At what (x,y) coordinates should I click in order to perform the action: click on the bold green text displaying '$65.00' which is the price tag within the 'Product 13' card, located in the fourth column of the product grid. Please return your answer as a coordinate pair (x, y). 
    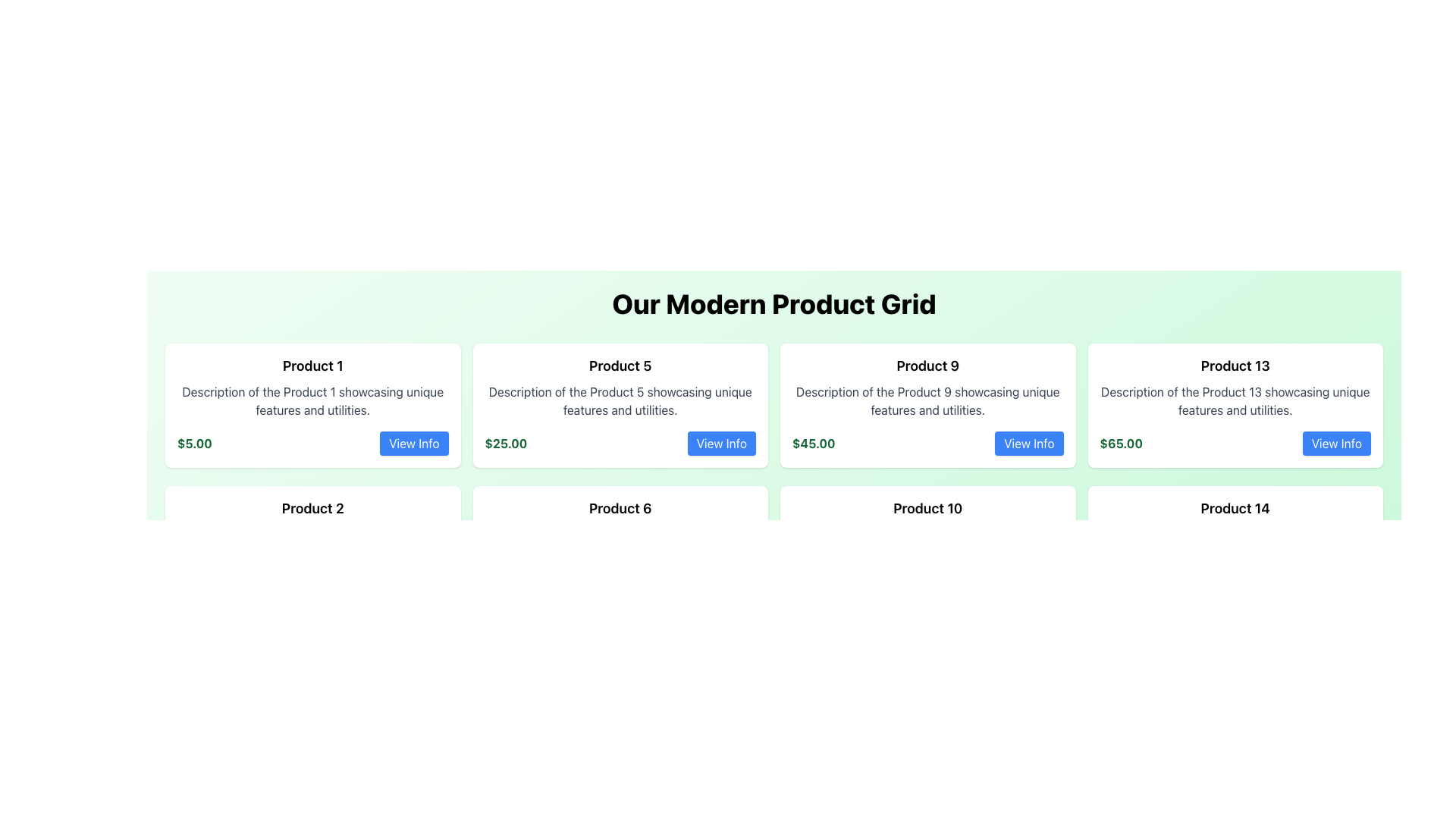
    Looking at the image, I should click on (1121, 444).